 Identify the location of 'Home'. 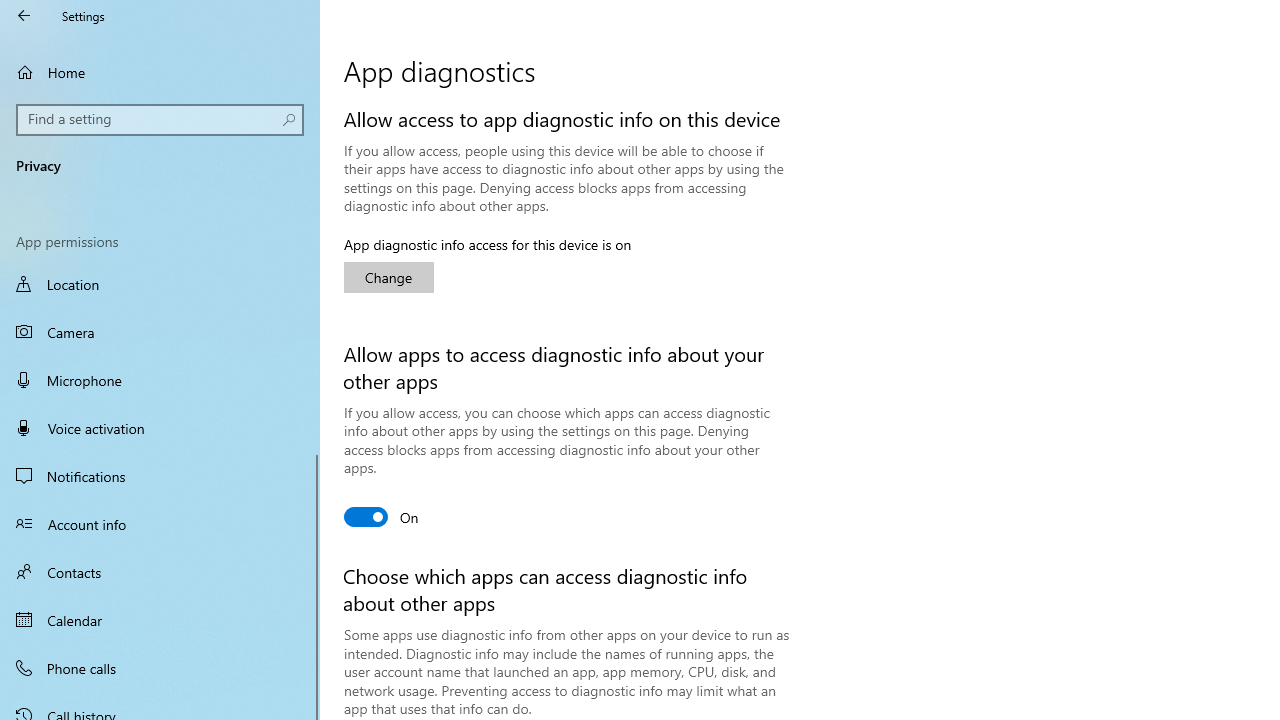
(160, 71).